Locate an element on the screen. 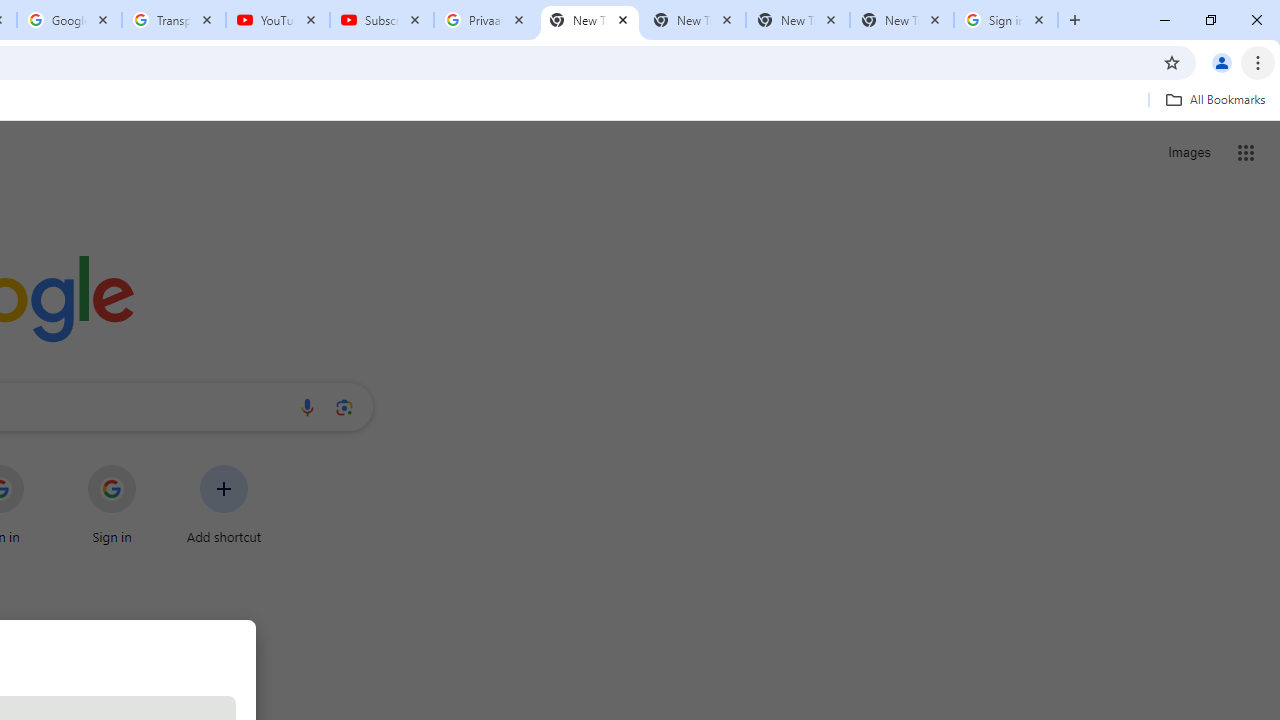 The width and height of the screenshot is (1280, 720). 'Google Account' is located at coordinates (69, 20).